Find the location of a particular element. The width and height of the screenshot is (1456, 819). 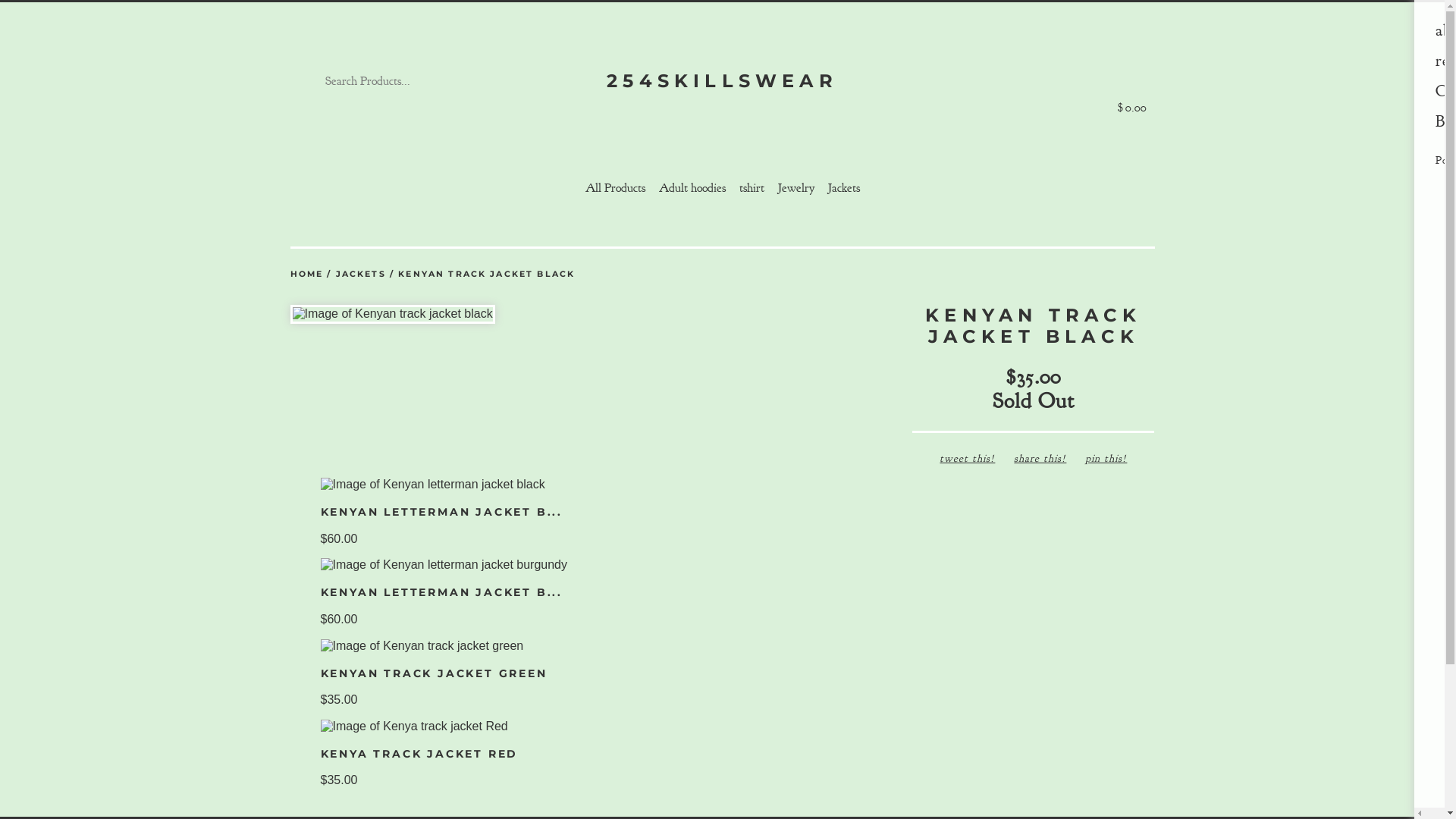

'KENYAN LETTERMAN JACKET B... is located at coordinates (720, 591).